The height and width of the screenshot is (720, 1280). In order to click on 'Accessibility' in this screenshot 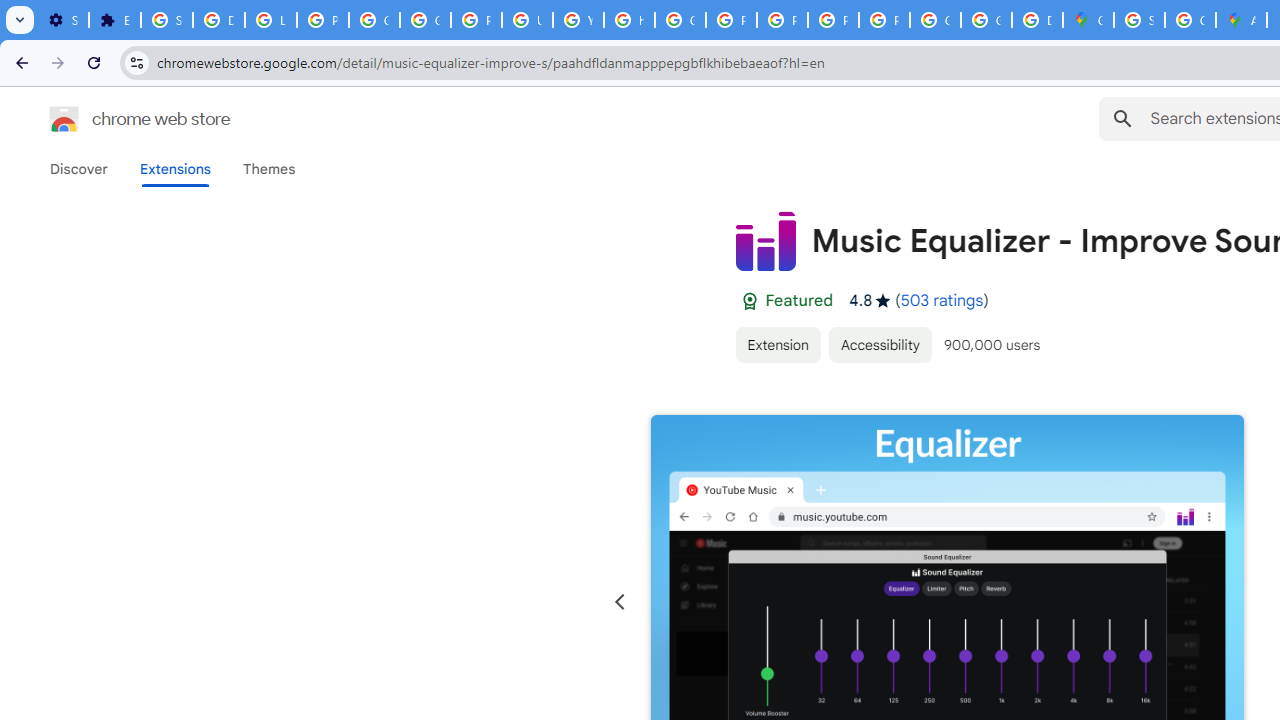, I will do `click(880, 343)`.